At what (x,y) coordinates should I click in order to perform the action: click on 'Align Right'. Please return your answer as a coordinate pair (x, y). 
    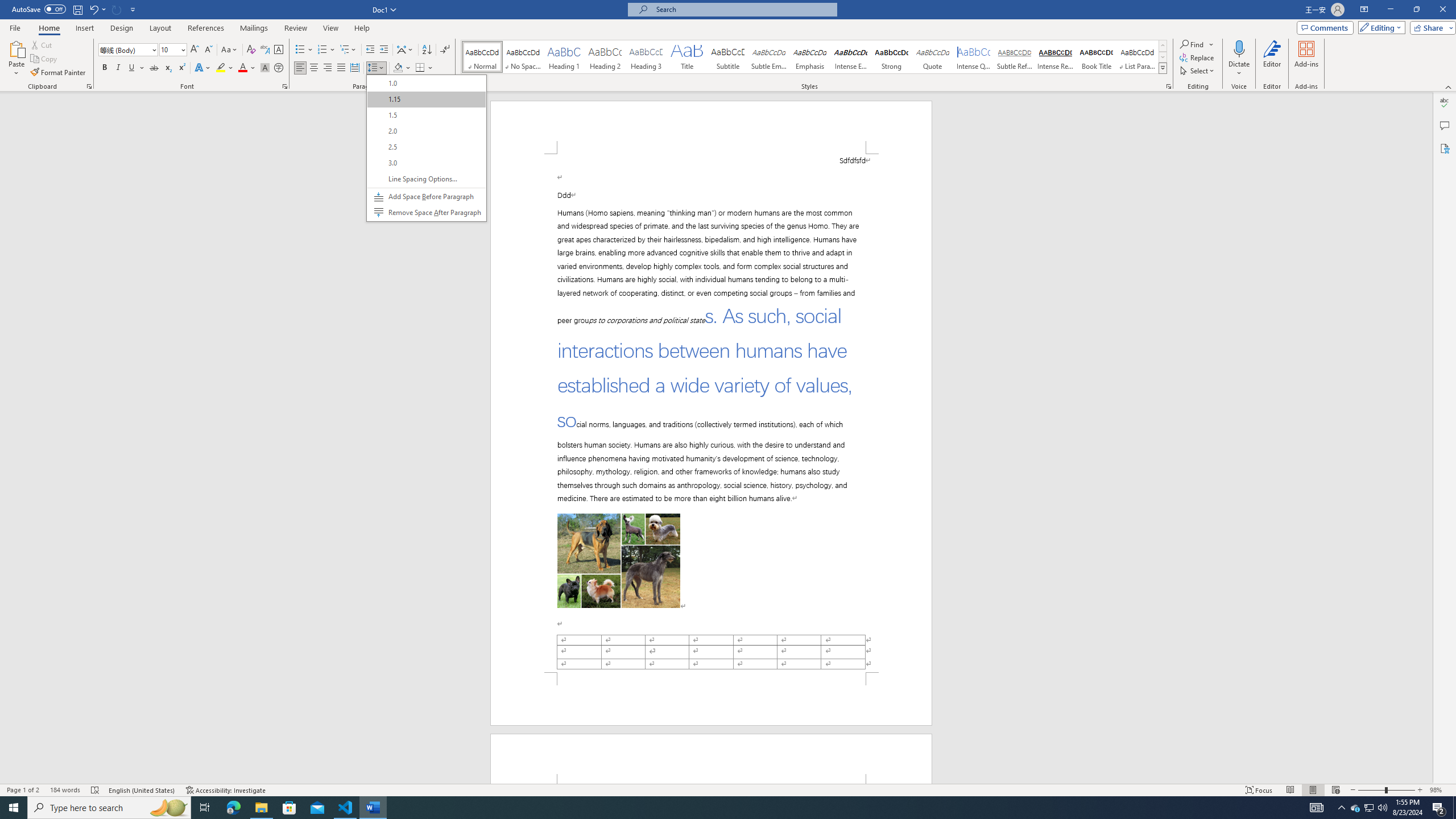
    Looking at the image, I should click on (327, 67).